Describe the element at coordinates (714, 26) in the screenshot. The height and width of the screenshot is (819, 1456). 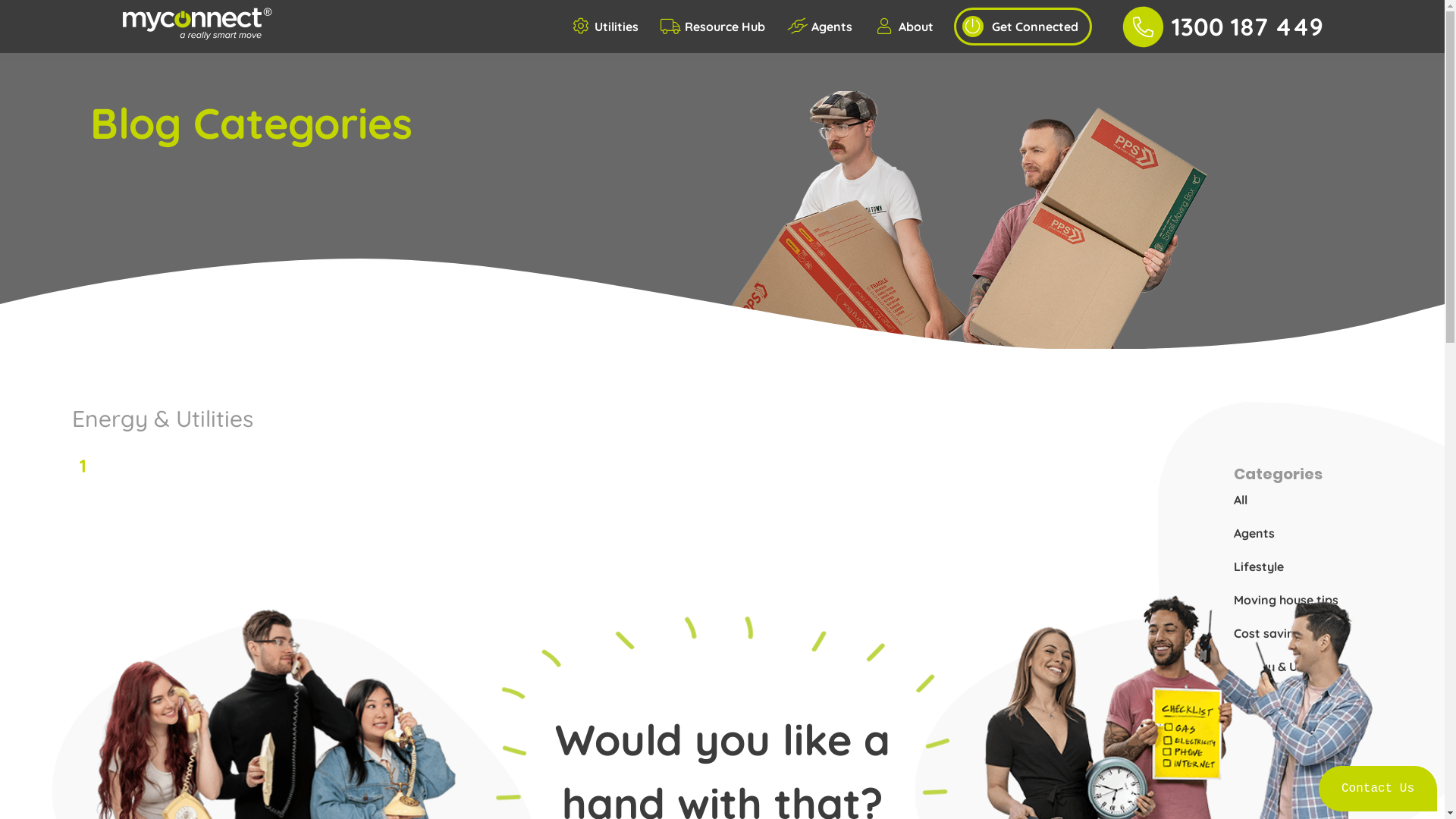
I see `'Resource Hub'` at that location.